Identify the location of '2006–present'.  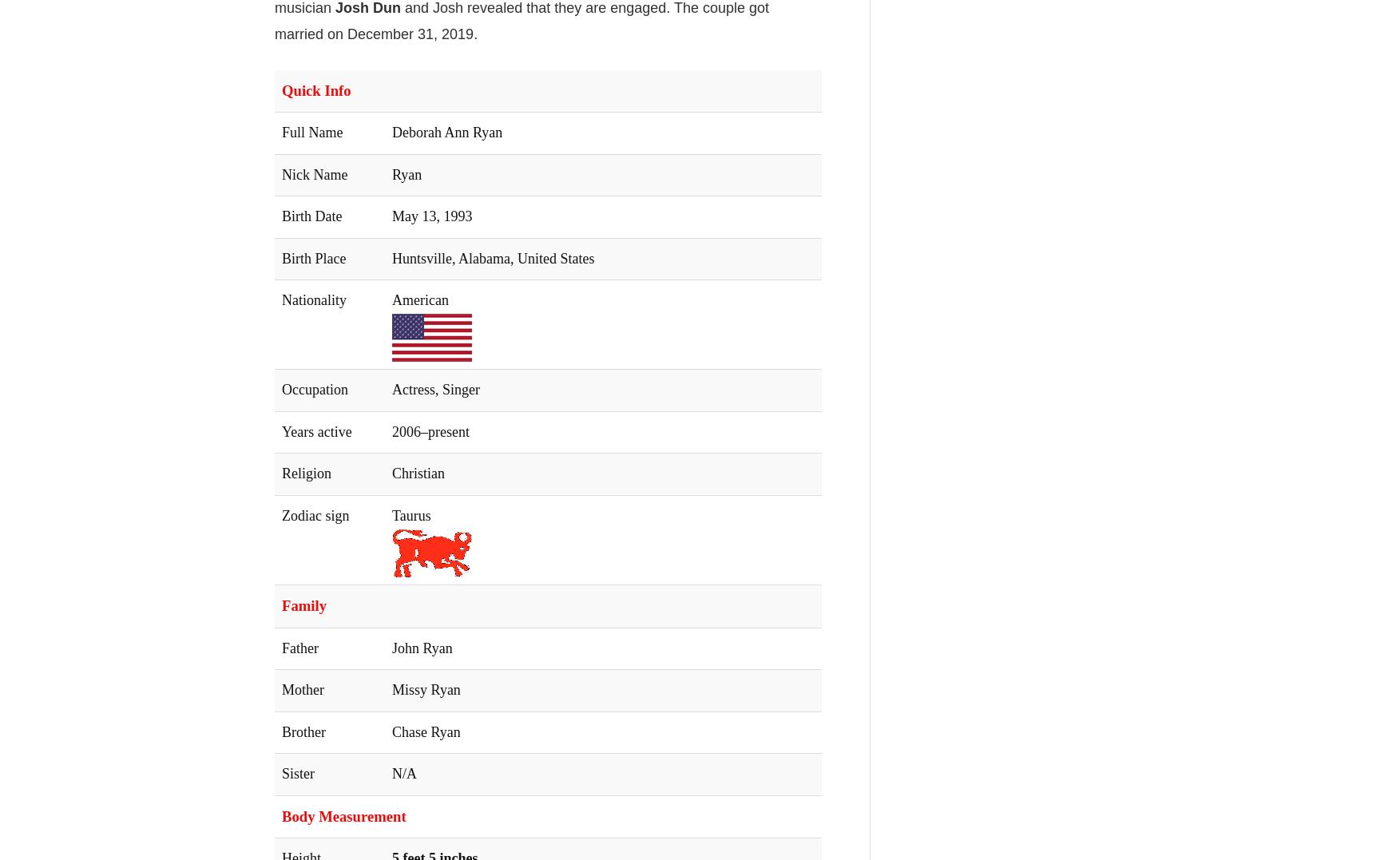
(430, 431).